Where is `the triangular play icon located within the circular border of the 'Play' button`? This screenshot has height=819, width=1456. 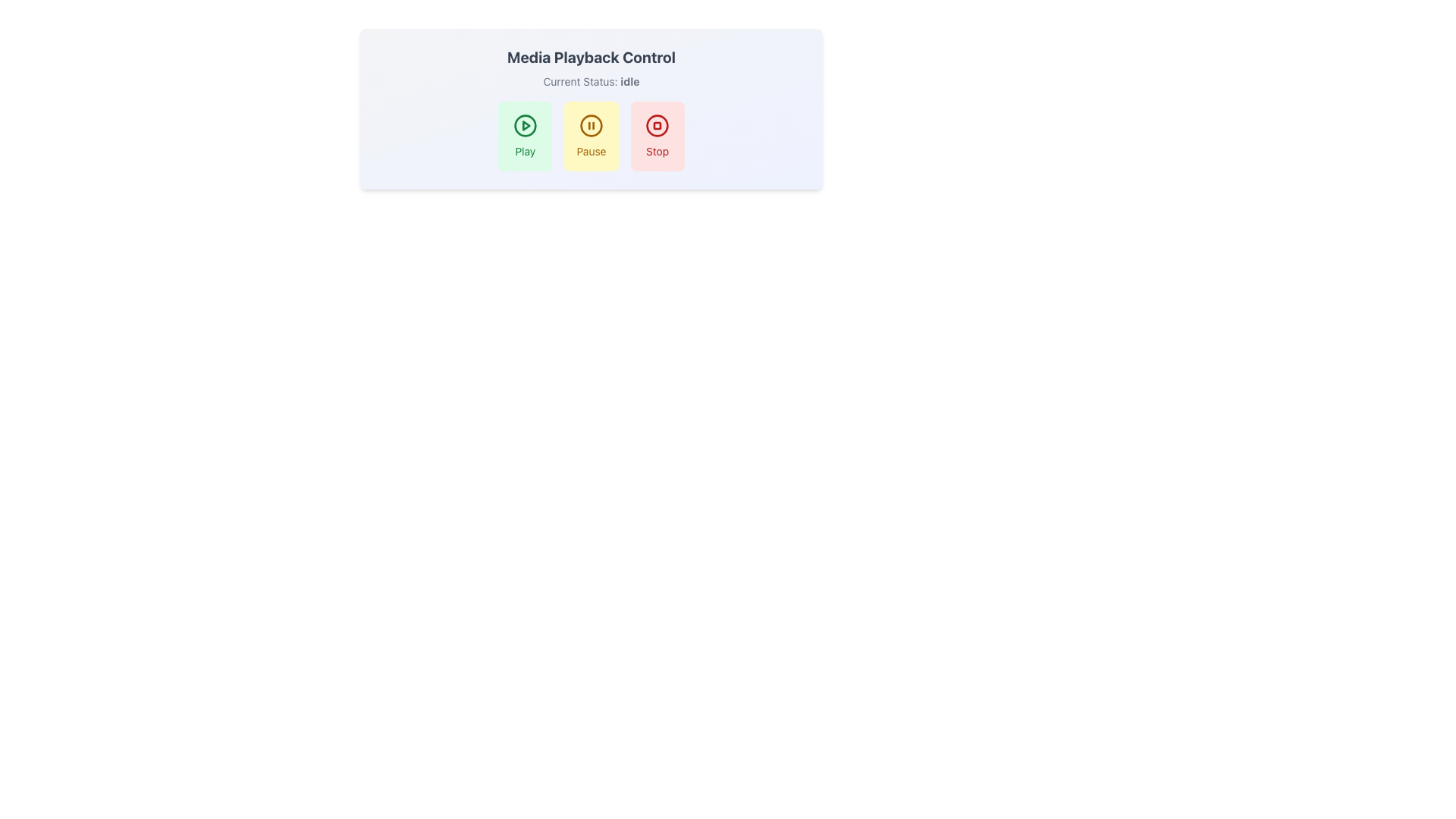 the triangular play icon located within the circular border of the 'Play' button is located at coordinates (526, 124).